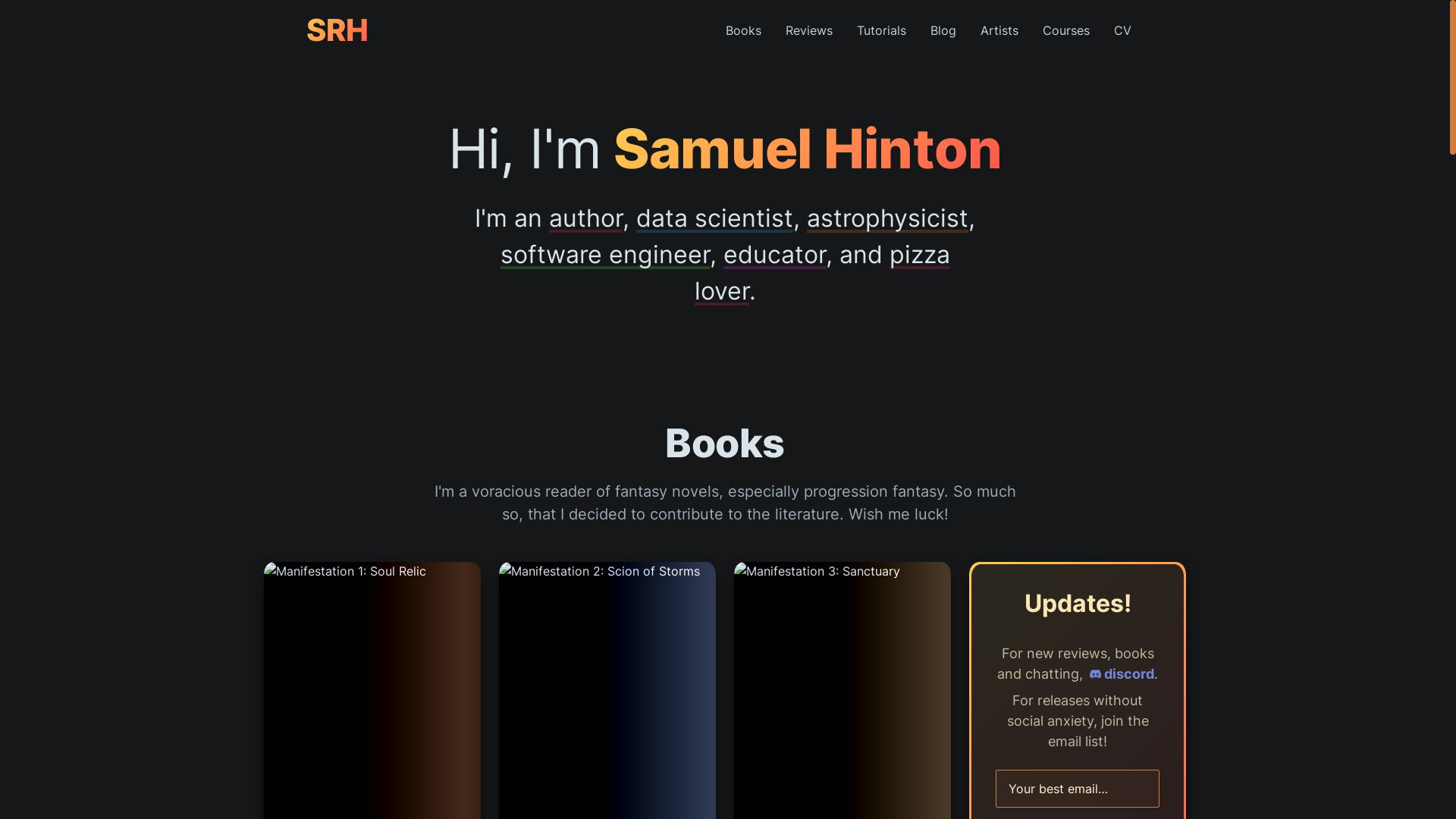 This screenshot has width=1456, height=819. I want to click on 'Artists', so click(999, 30).